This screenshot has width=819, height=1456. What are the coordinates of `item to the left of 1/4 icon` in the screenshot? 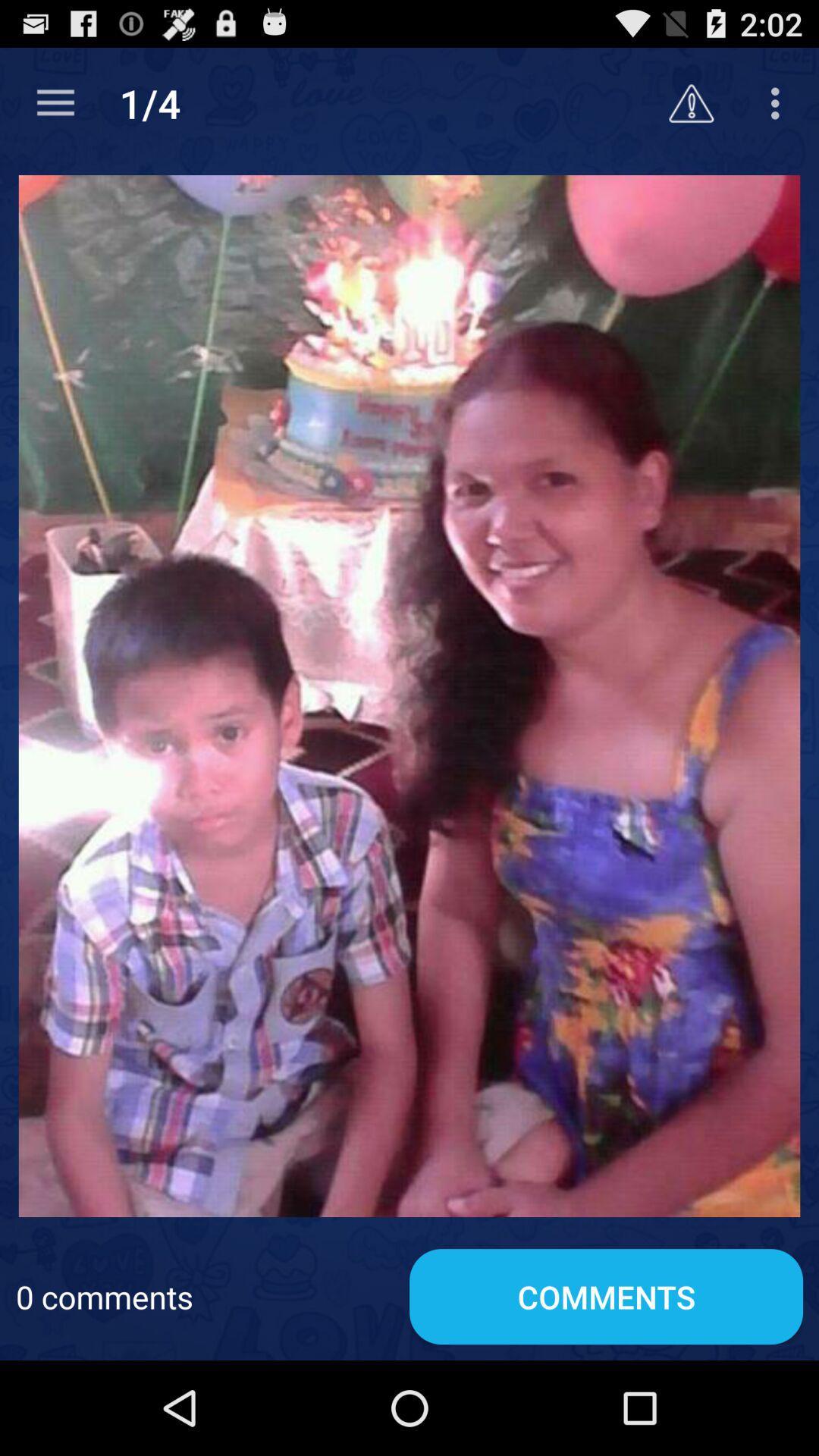 It's located at (55, 102).